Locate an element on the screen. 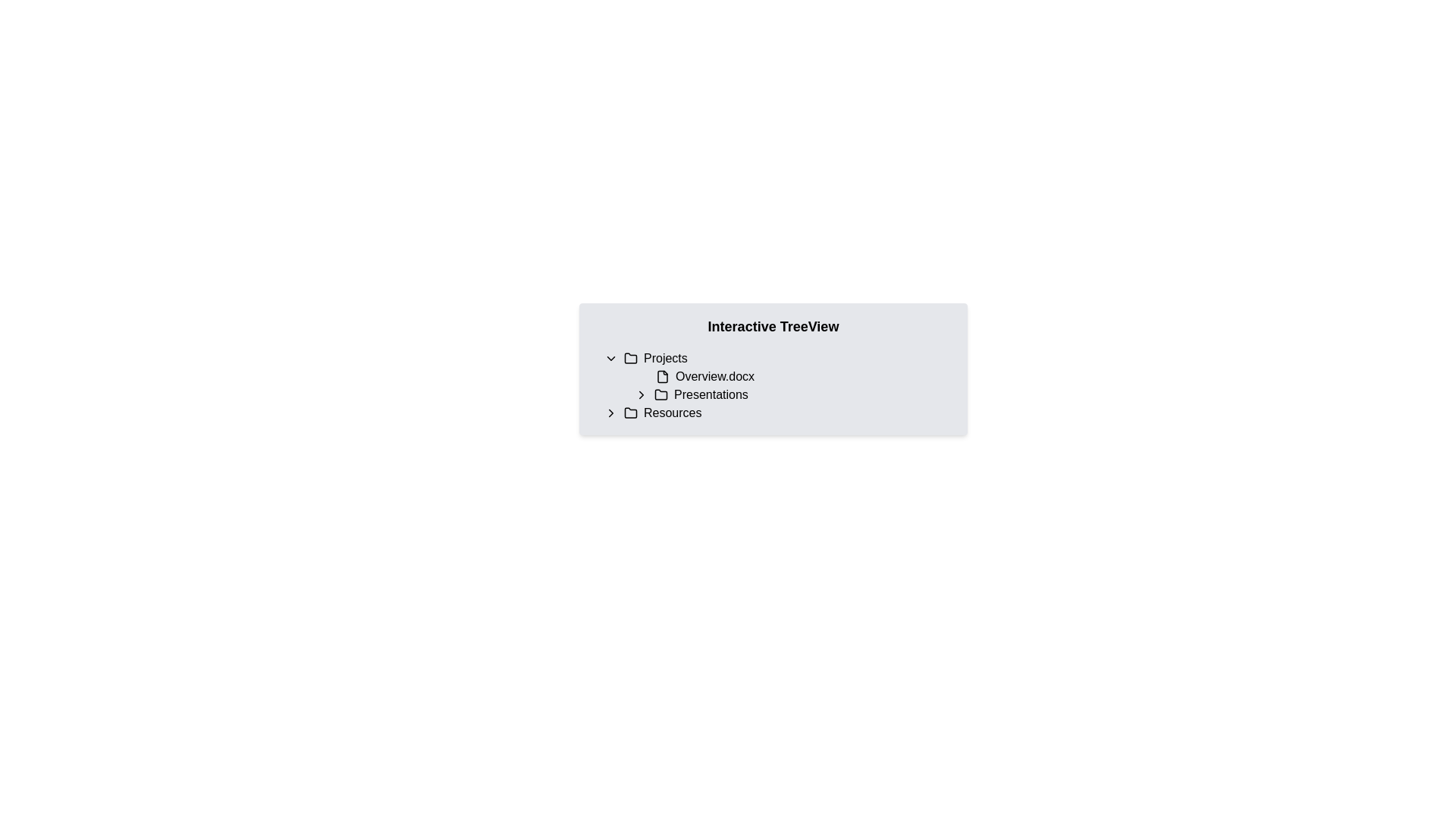  the 'Interactive TreeView' component is located at coordinates (773, 369).